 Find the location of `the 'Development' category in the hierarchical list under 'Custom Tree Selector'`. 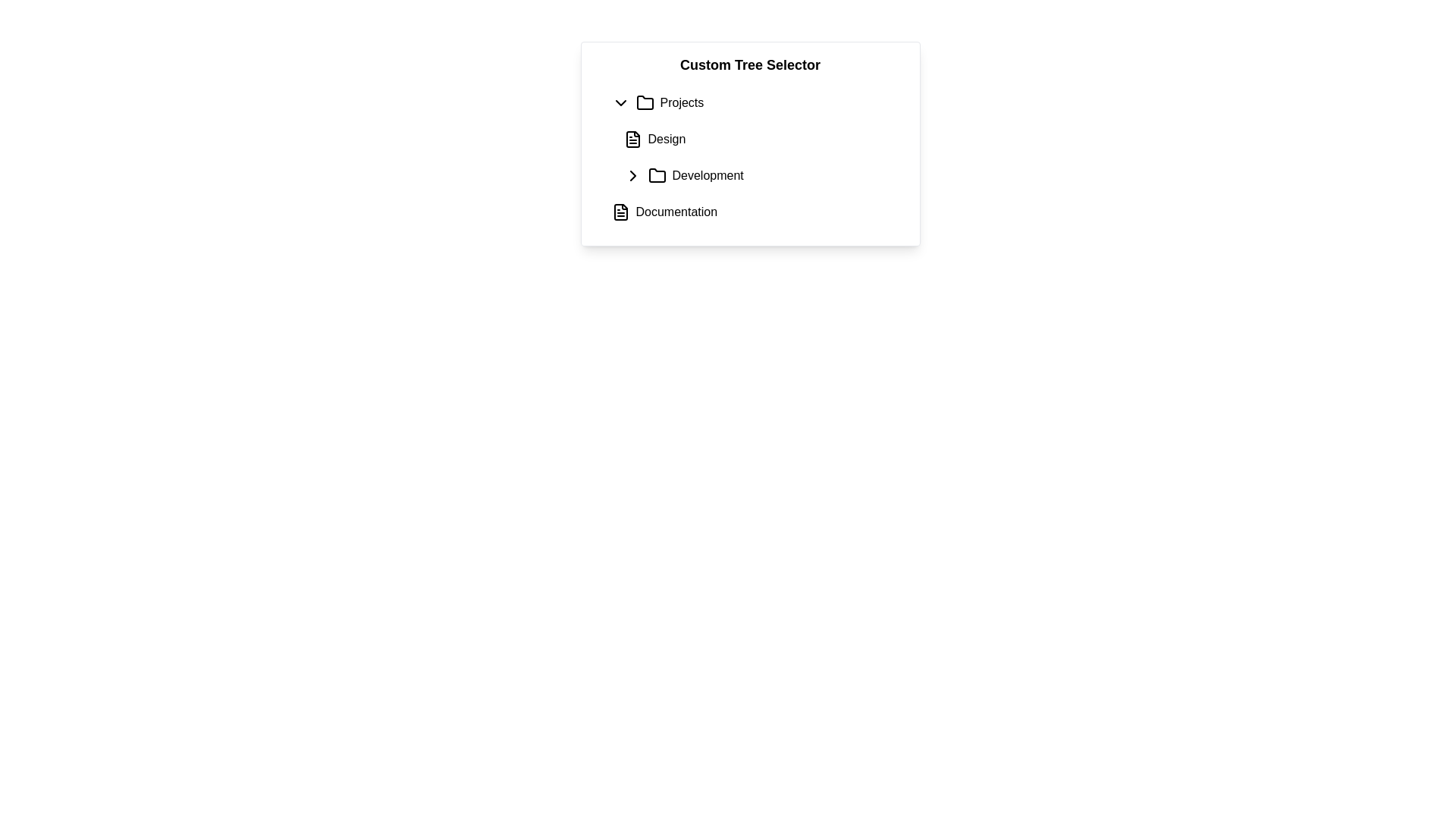

the 'Development' category in the hierarchical list under 'Custom Tree Selector' is located at coordinates (762, 174).